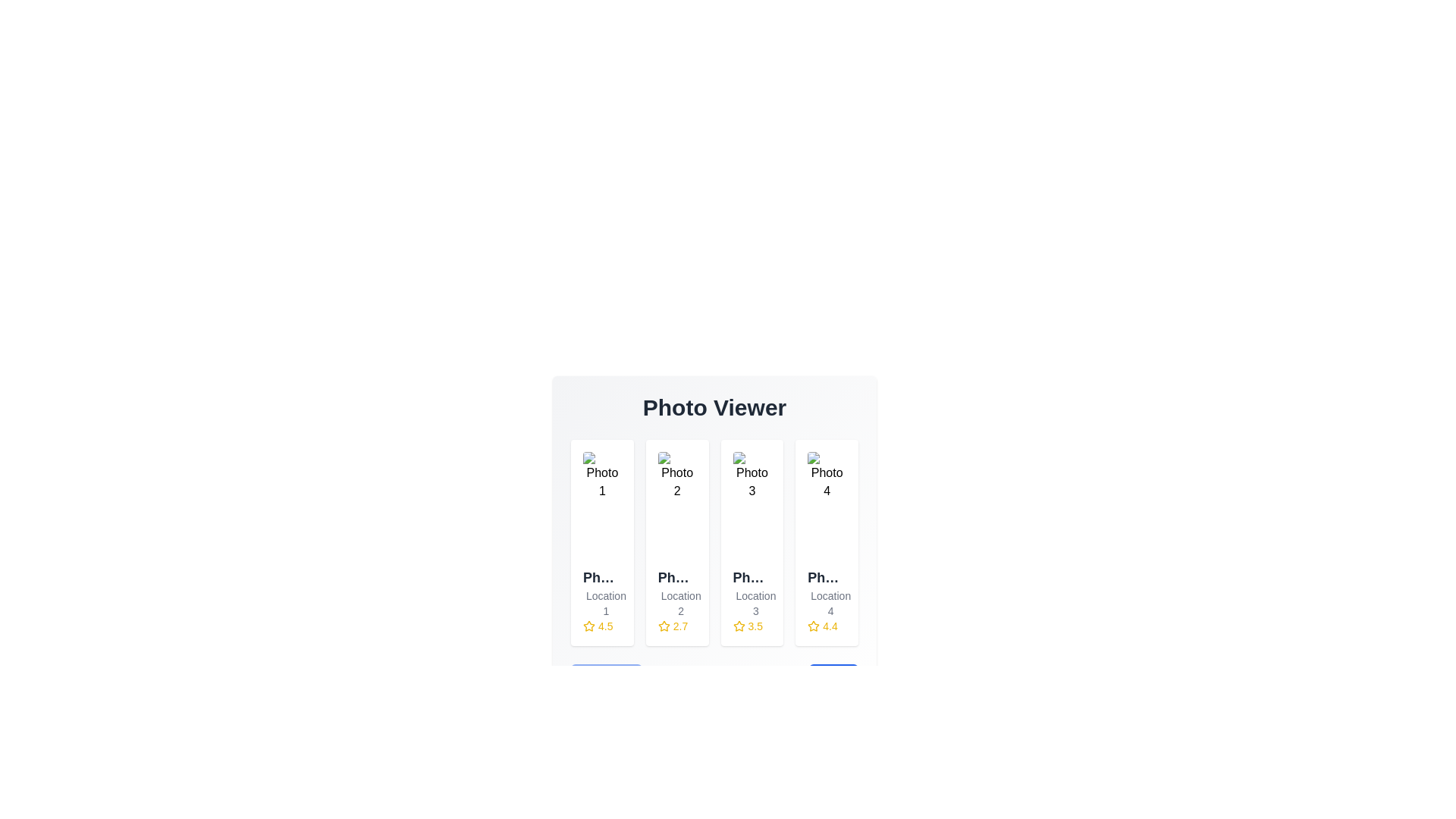 The image size is (1456, 819). I want to click on the yellow star icon representing a rating of 3.5, located in the rating display of the third photo card in the 'Photo Viewer' component, so click(739, 626).